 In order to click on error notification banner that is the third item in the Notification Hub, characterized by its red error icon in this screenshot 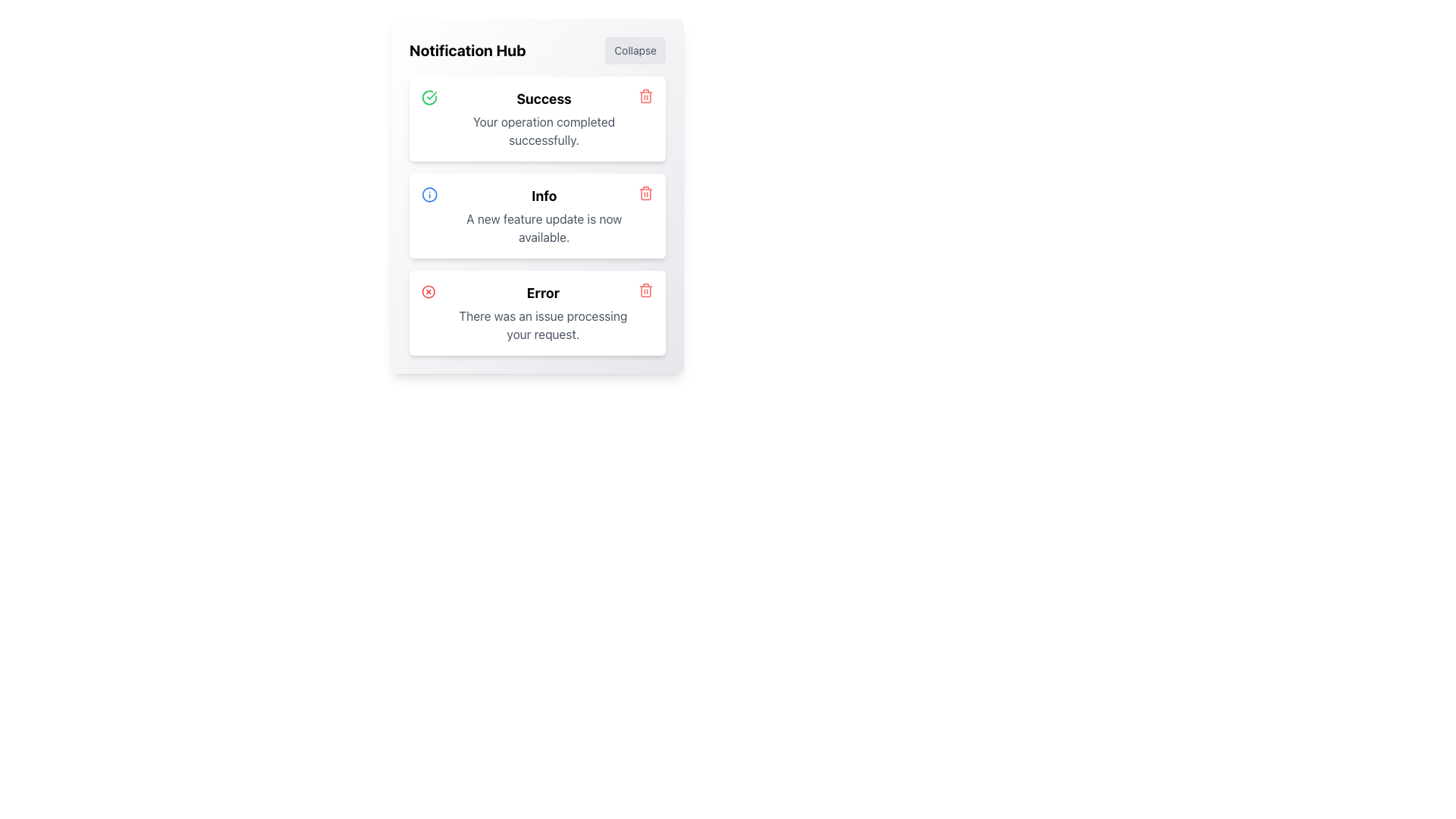, I will do `click(543, 312)`.